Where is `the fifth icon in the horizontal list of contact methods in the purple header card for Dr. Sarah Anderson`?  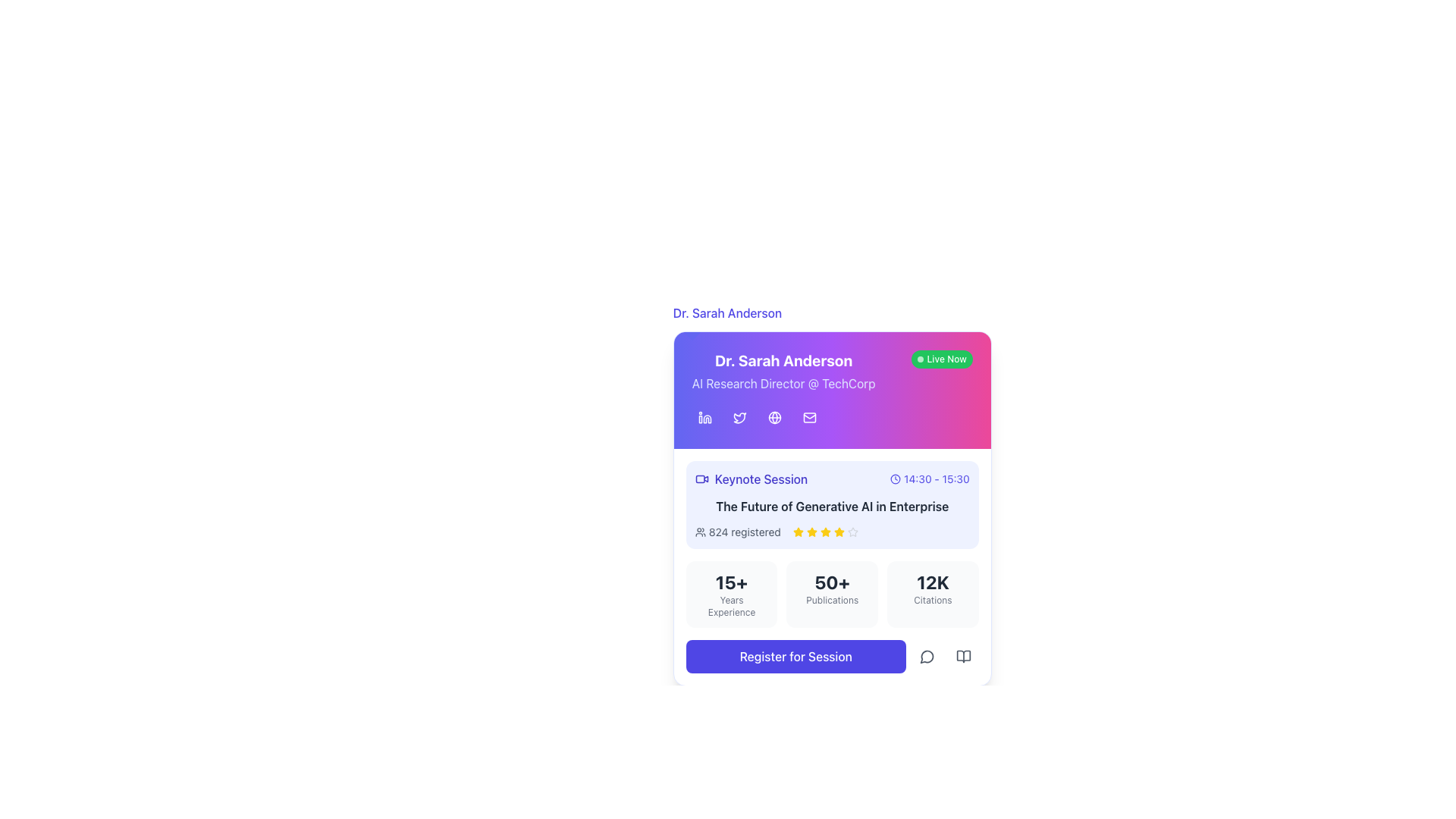 the fifth icon in the horizontal list of contact methods in the purple header card for Dr. Sarah Anderson is located at coordinates (808, 418).